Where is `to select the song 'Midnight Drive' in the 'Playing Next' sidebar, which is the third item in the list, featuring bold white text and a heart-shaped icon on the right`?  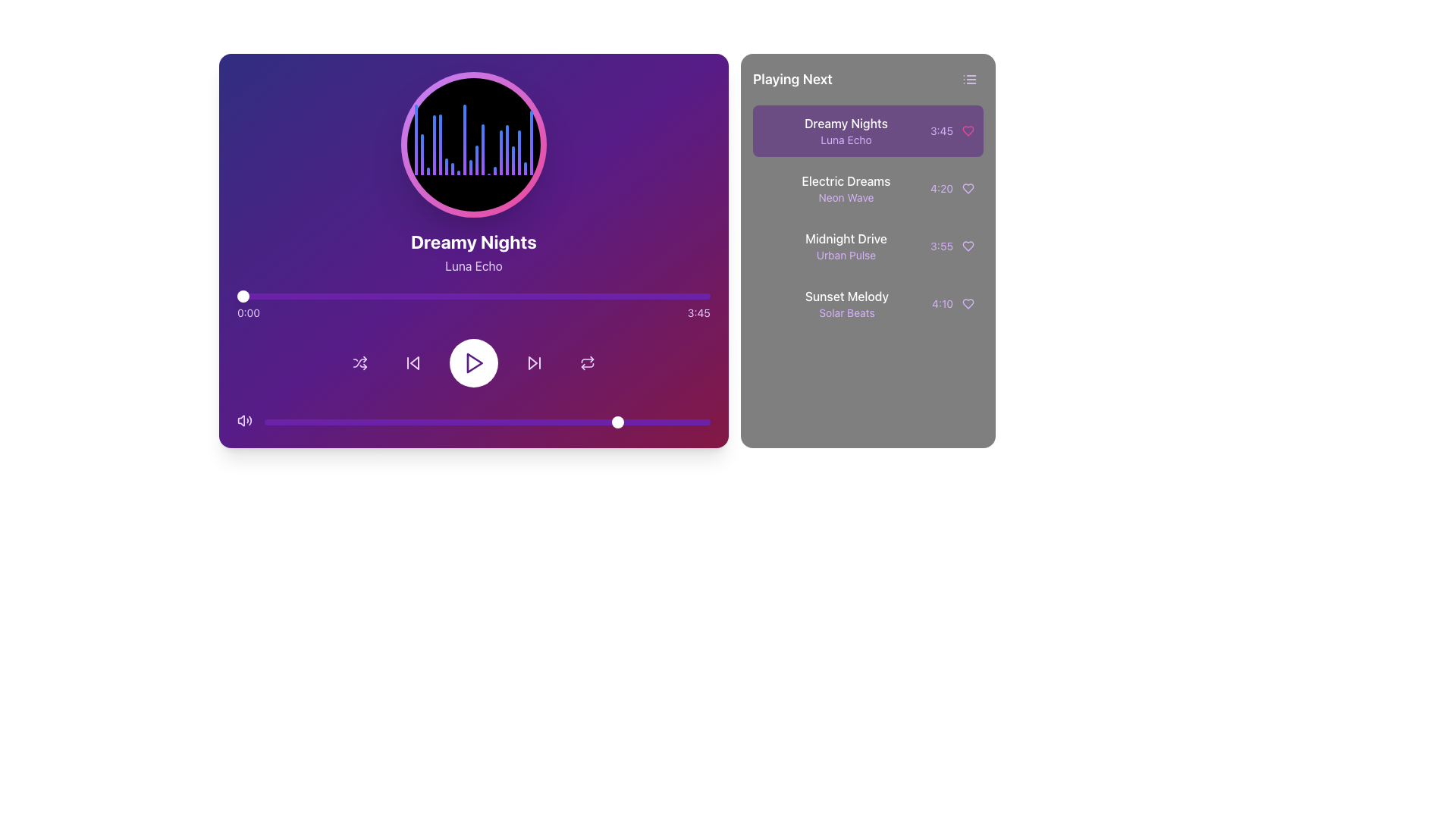
to select the song 'Midnight Drive' in the 'Playing Next' sidebar, which is the third item in the list, featuring bold white text and a heart-shaped icon on the right is located at coordinates (868, 245).